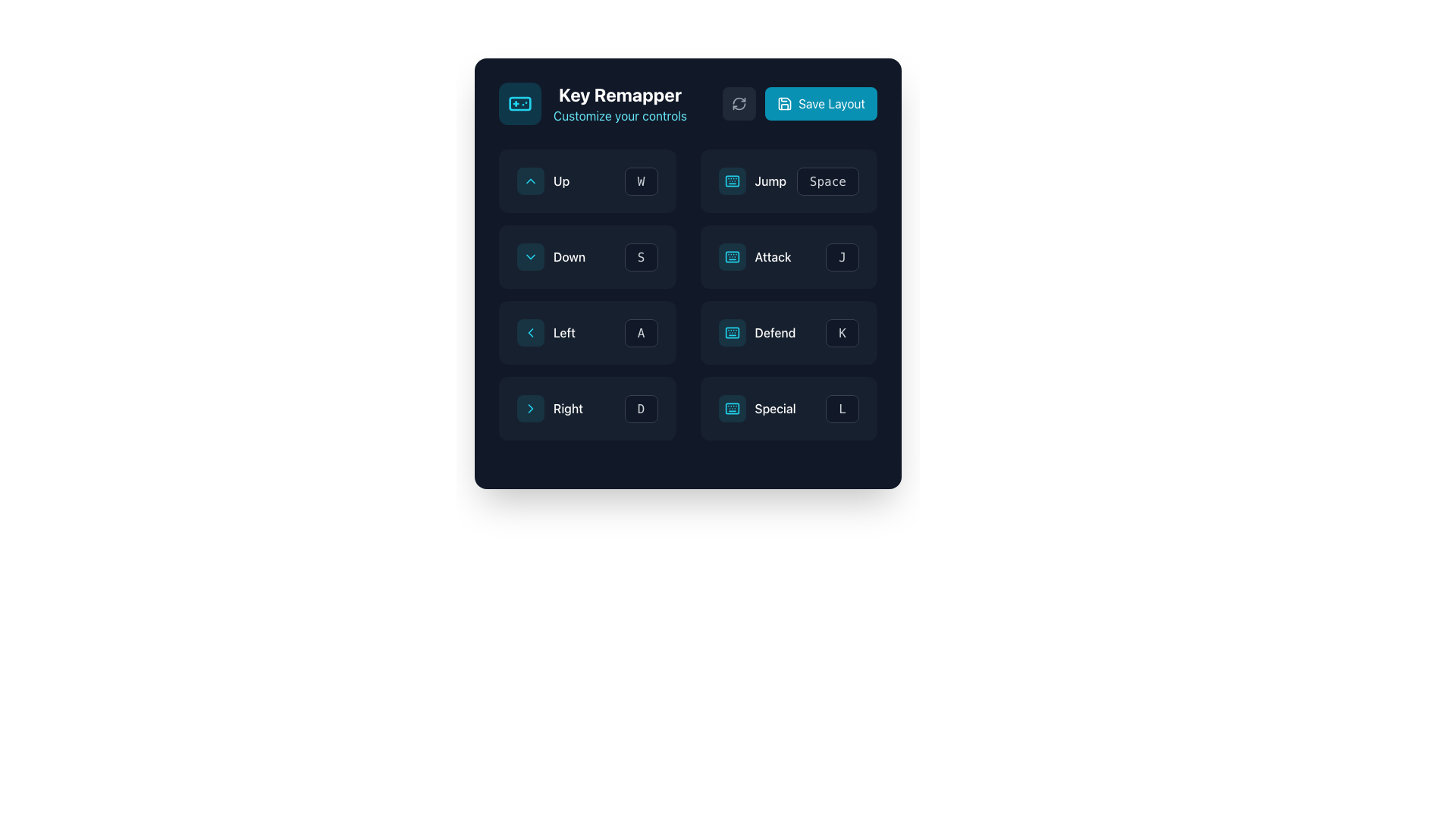  Describe the element at coordinates (785, 103) in the screenshot. I see `the compact, square-shaped SVG icon representing a save action, located to the left of the 'Save Layout' button's text label` at that location.